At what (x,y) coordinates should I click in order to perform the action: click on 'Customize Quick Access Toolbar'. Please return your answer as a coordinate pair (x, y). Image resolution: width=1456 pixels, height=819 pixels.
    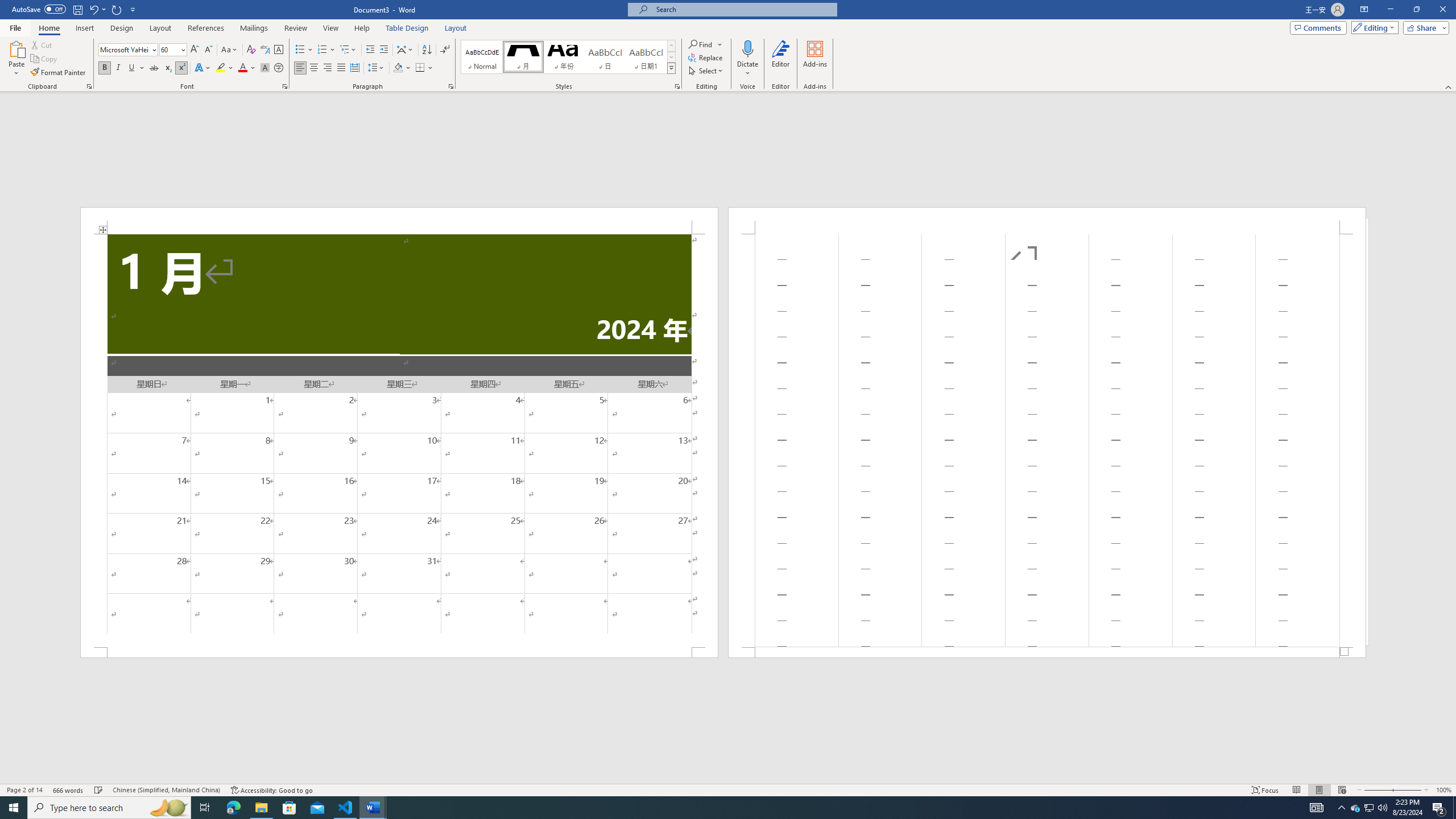
    Looking at the image, I should click on (133, 9).